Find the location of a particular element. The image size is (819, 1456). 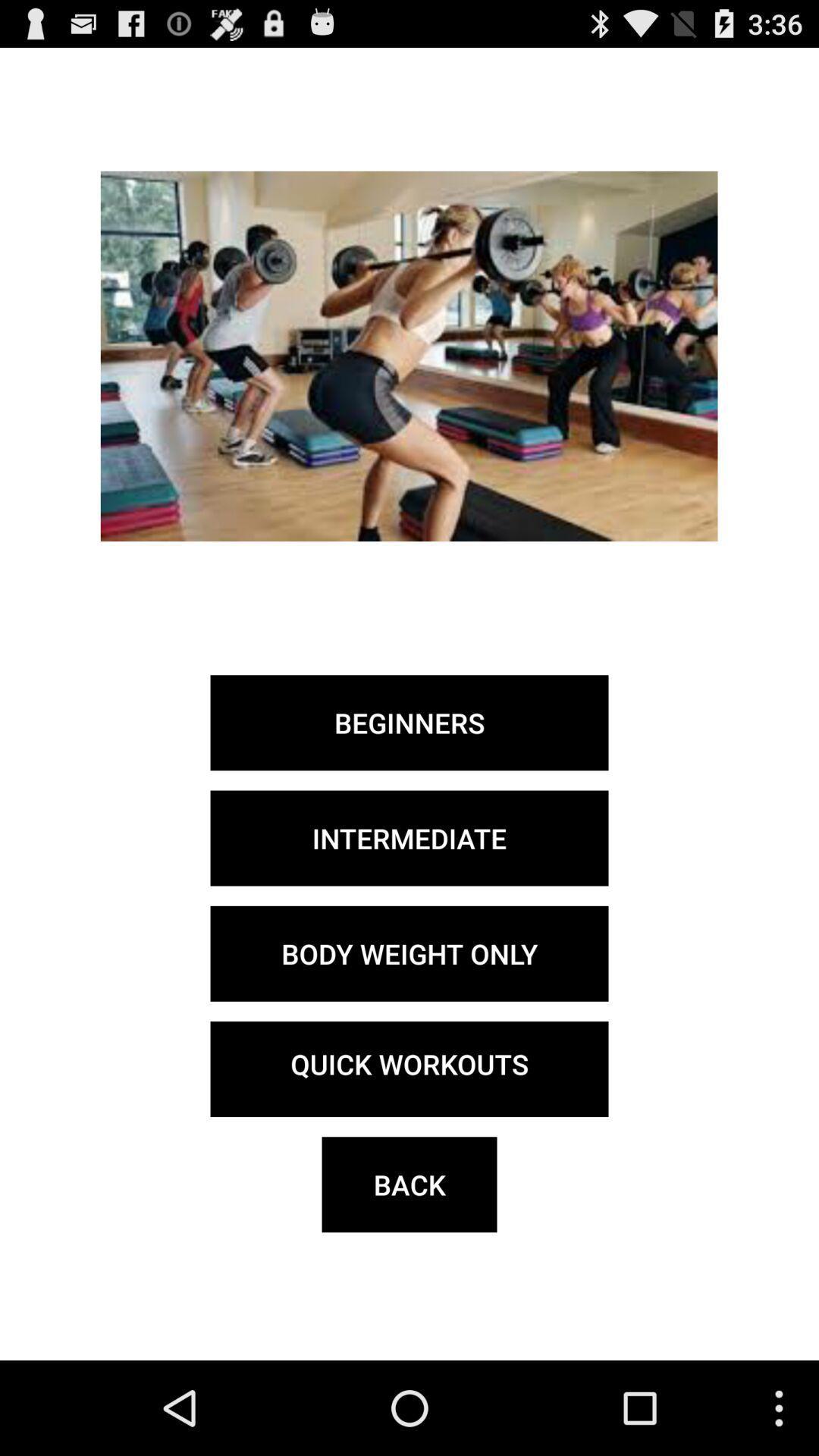

quick workouts button is located at coordinates (409, 1068).